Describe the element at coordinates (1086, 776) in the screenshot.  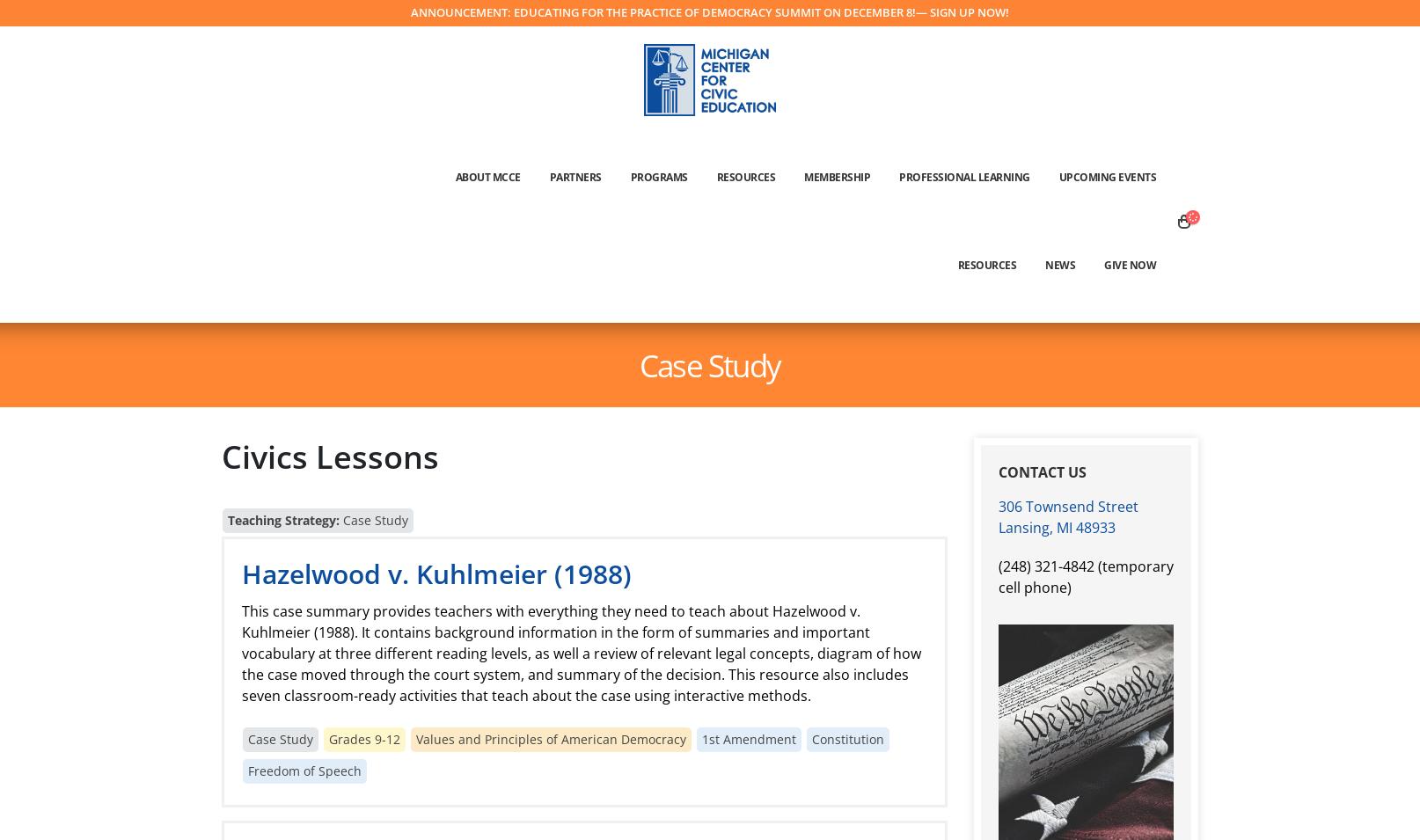
I see `'Donate Now'` at that location.